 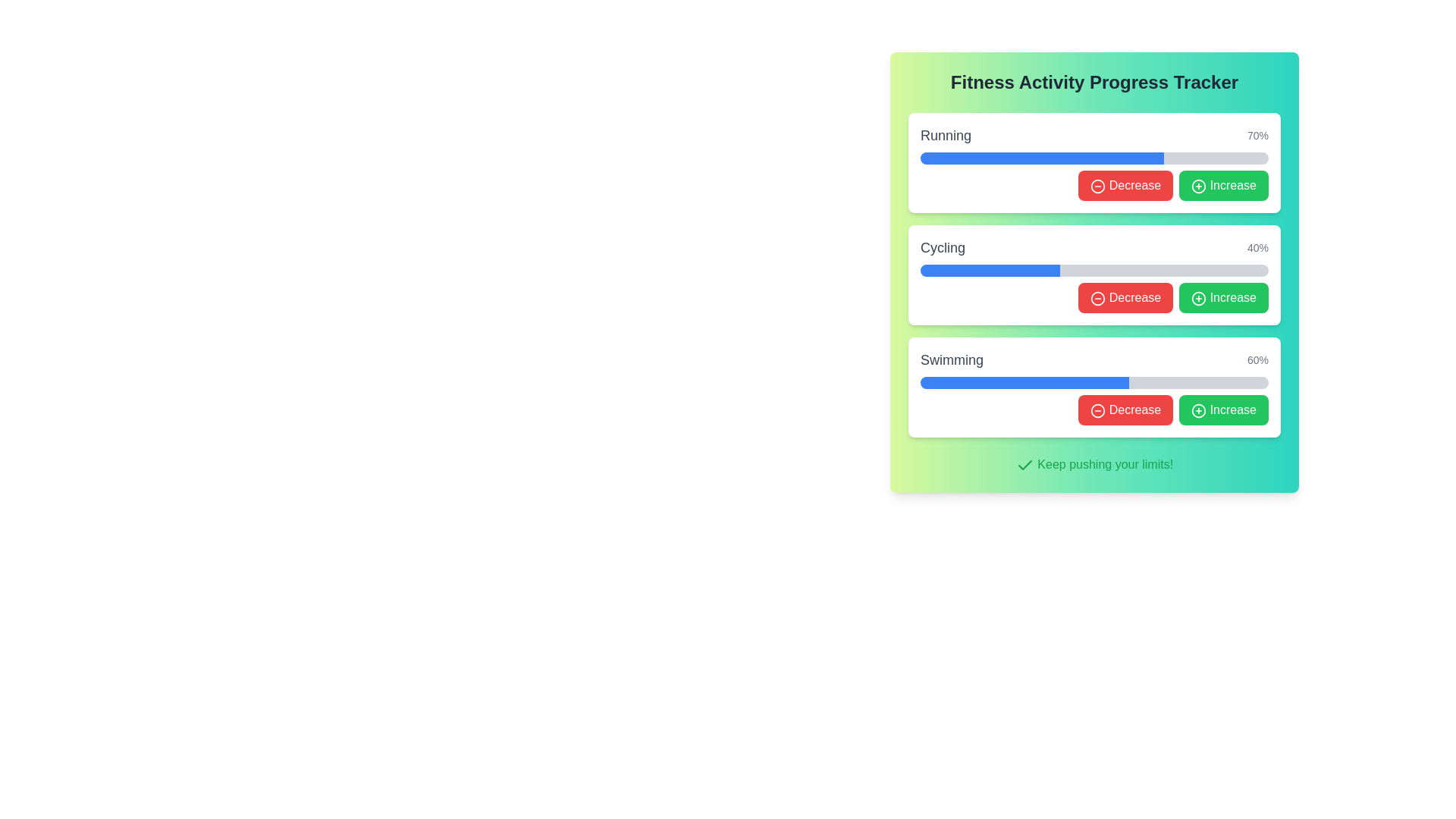 What do you see at coordinates (978, 270) in the screenshot?
I see `the progress for cycling activity` at bounding box center [978, 270].